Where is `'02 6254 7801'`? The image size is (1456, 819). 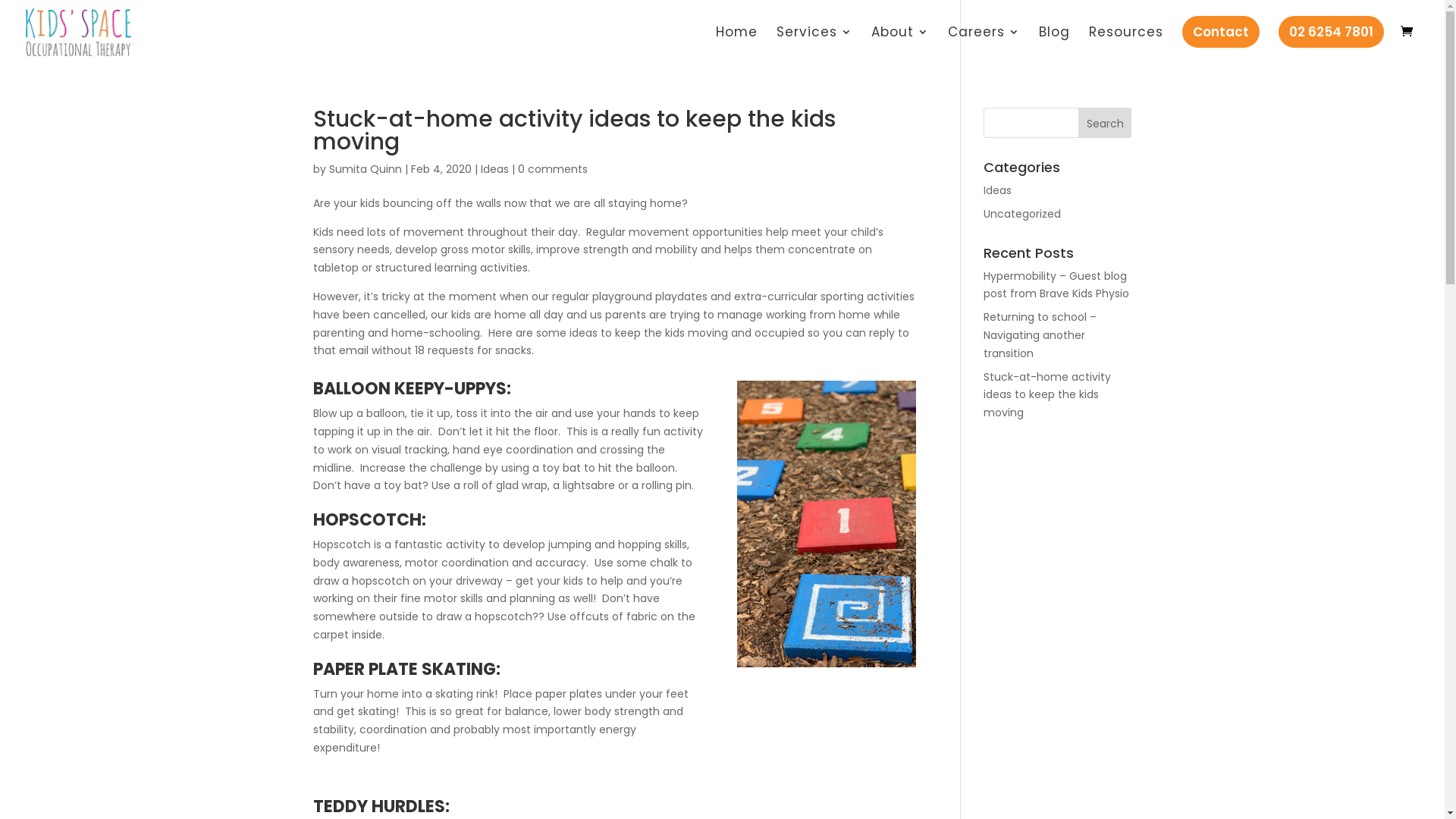
'02 6254 7801' is located at coordinates (1287, 39).